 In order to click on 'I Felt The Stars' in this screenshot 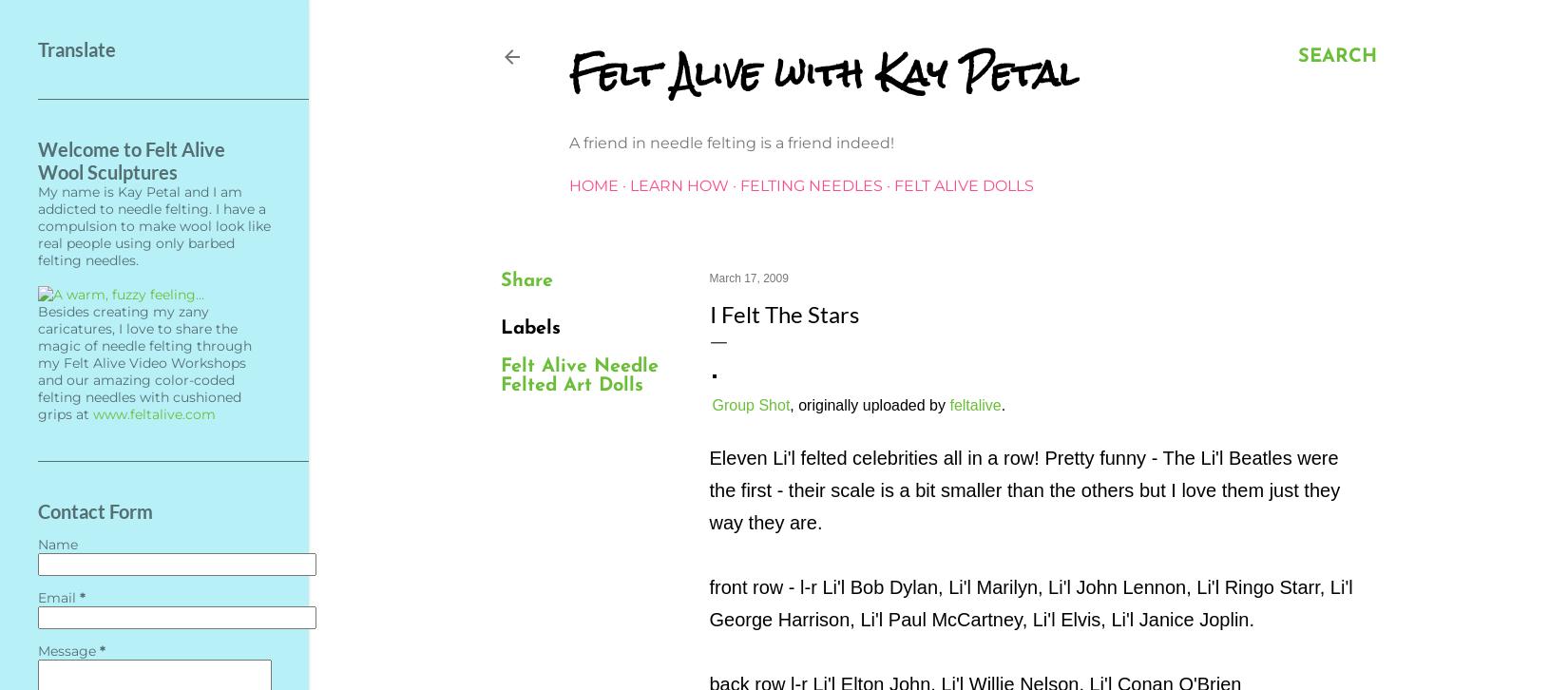, I will do `click(707, 313)`.